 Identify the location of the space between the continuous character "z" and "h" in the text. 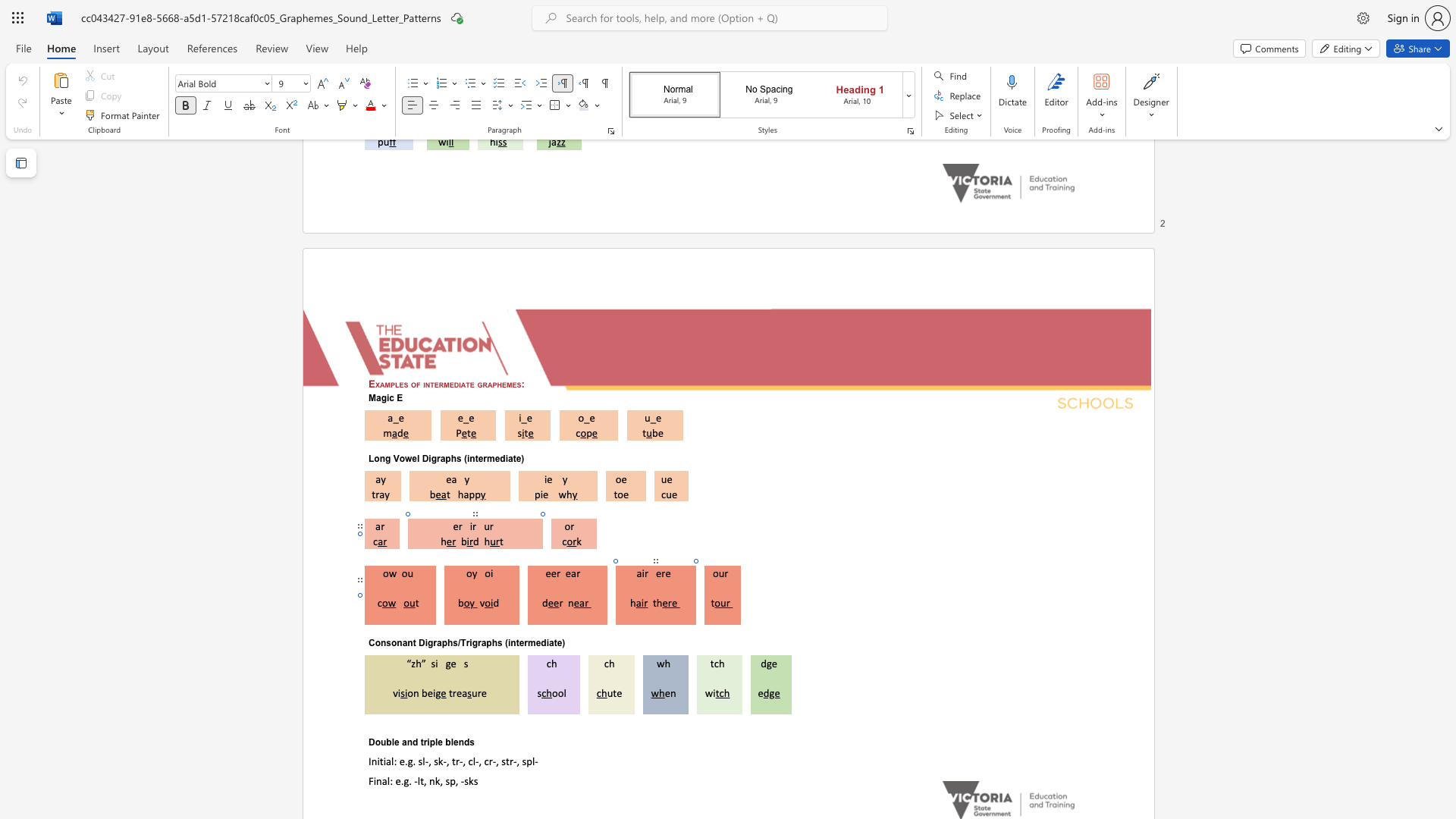
(416, 662).